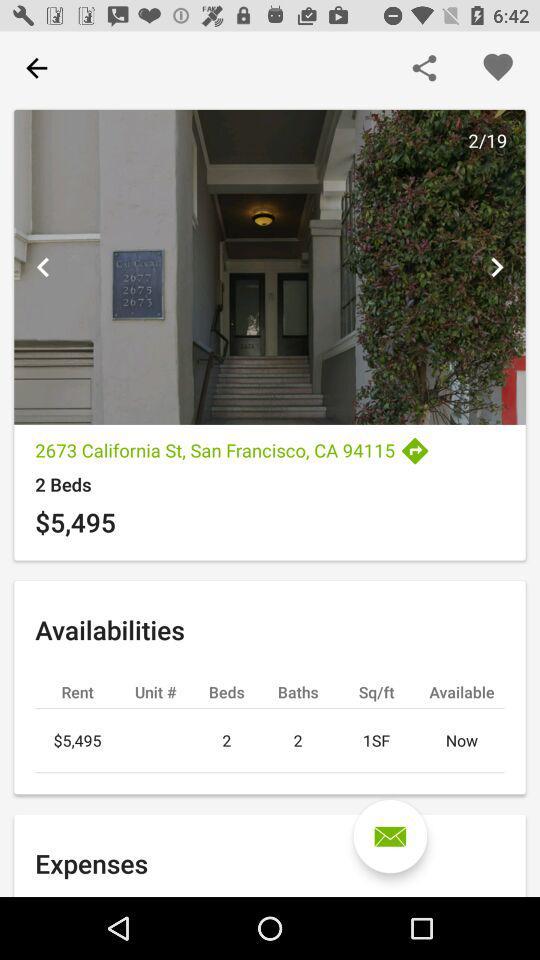 Image resolution: width=540 pixels, height=960 pixels. I want to click on mail somebody, so click(390, 836).